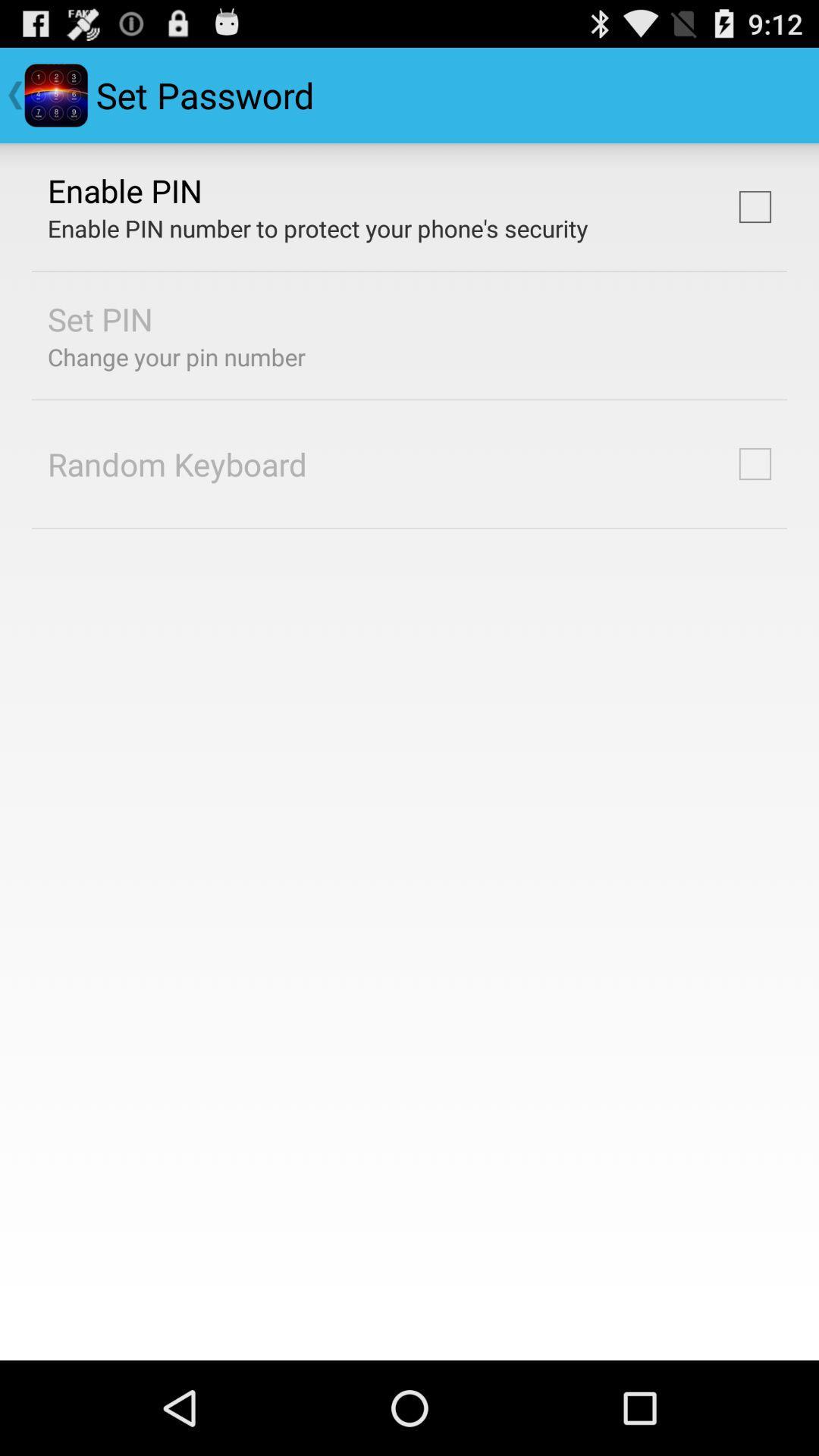  What do you see at coordinates (177, 463) in the screenshot?
I see `the app below change your pin icon` at bounding box center [177, 463].